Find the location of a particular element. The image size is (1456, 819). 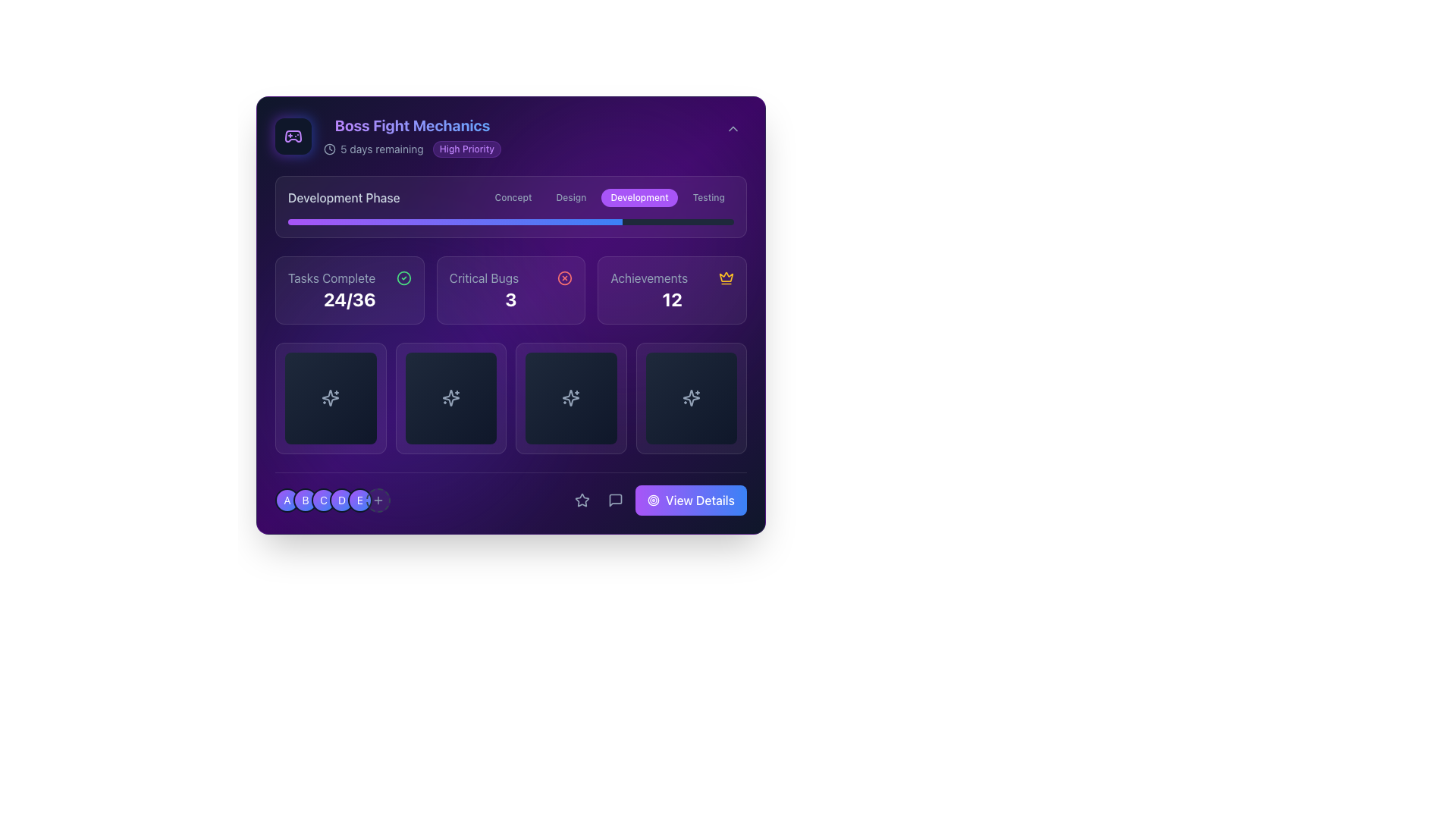

the interactive visual component styled as a button or display block, which is the fourth square in a row of four, located at the bottom section of a card-like layout is located at coordinates (690, 397).